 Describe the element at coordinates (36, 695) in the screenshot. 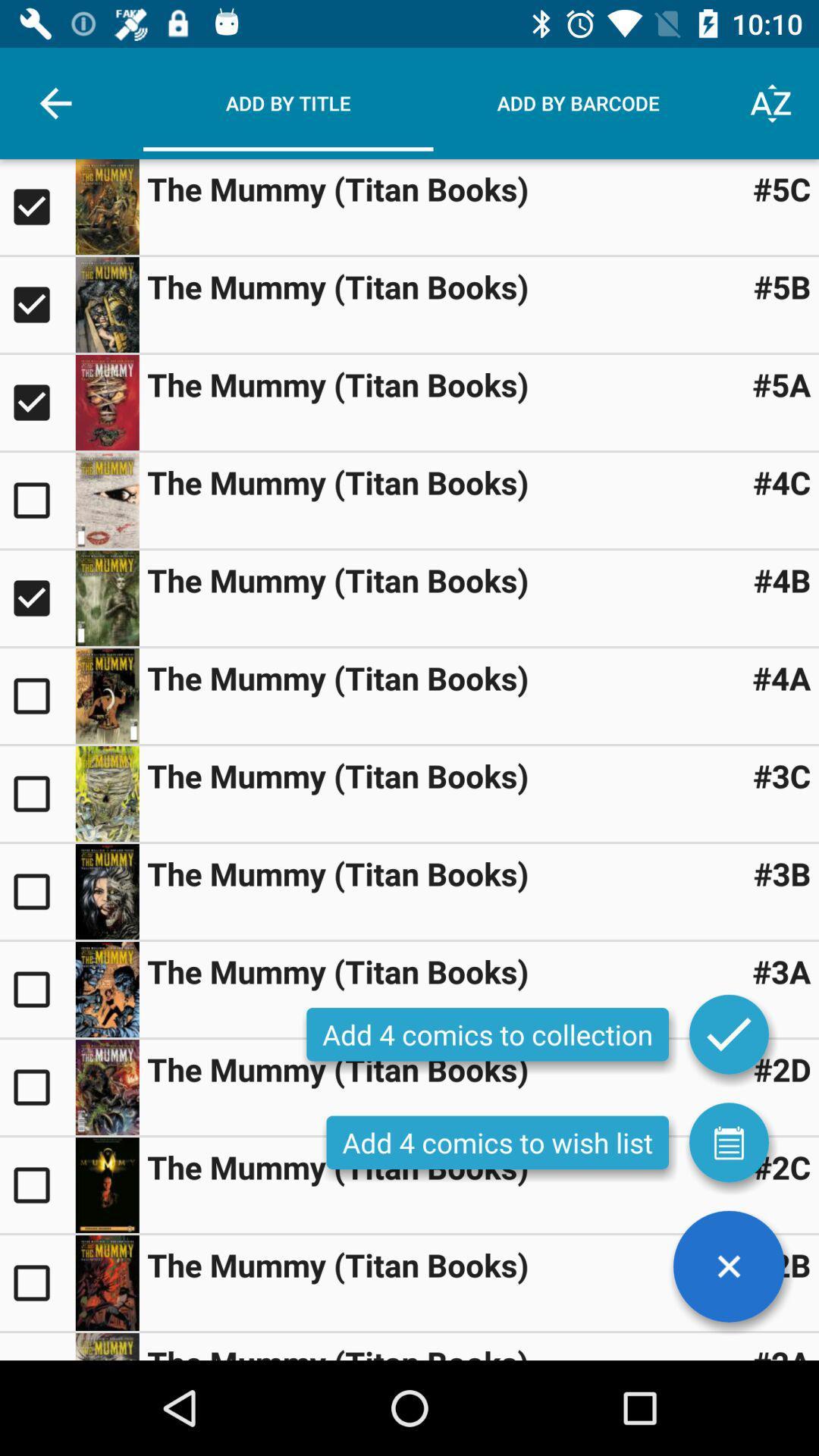

I see `comic` at that location.